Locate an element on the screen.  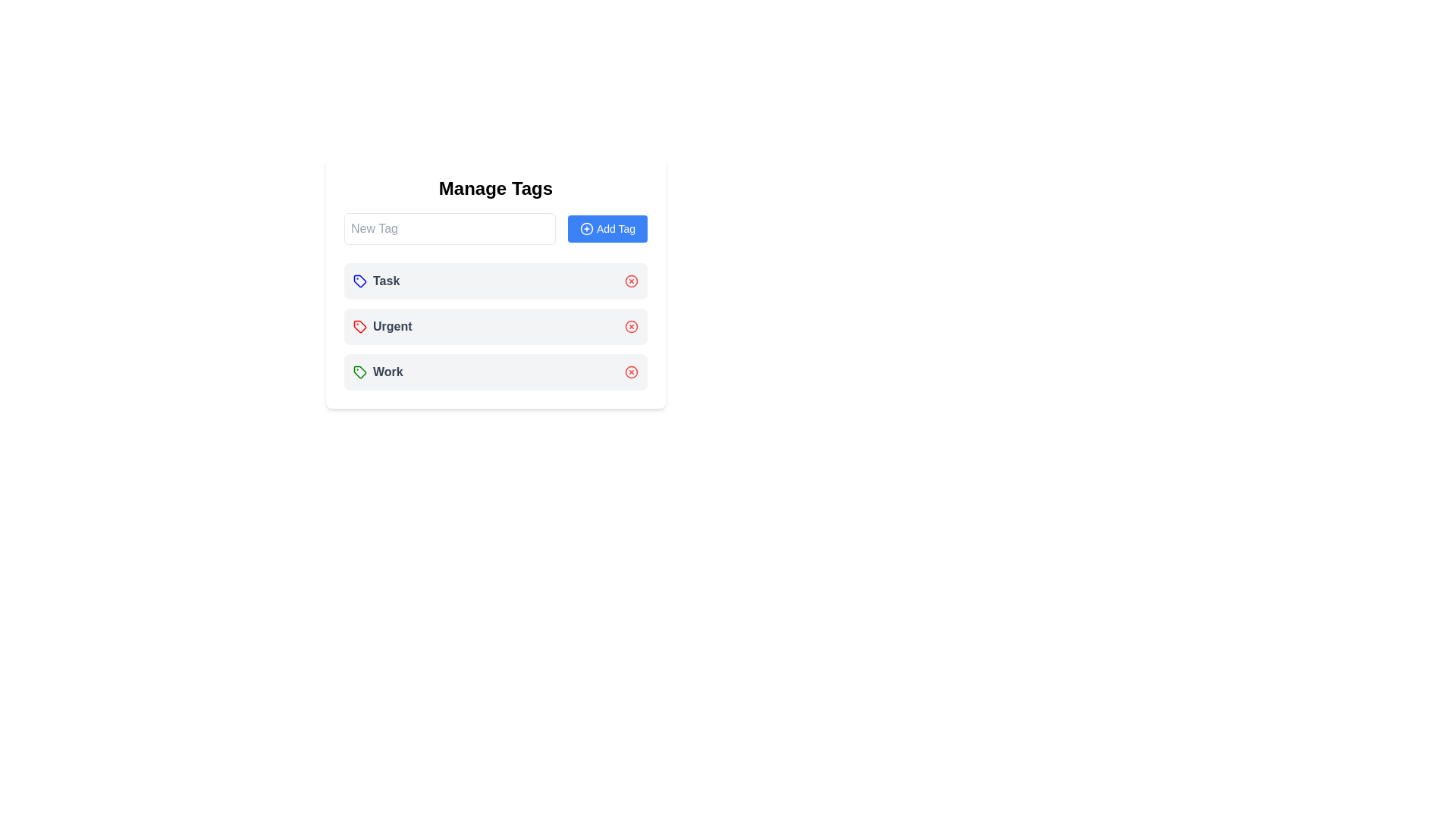
the text label displaying 'Work' in a bold, medium-sized font, which is part of a tag-like UI component located to the right of a green tag icon in the 'Manage Tags' section is located at coordinates (388, 372).